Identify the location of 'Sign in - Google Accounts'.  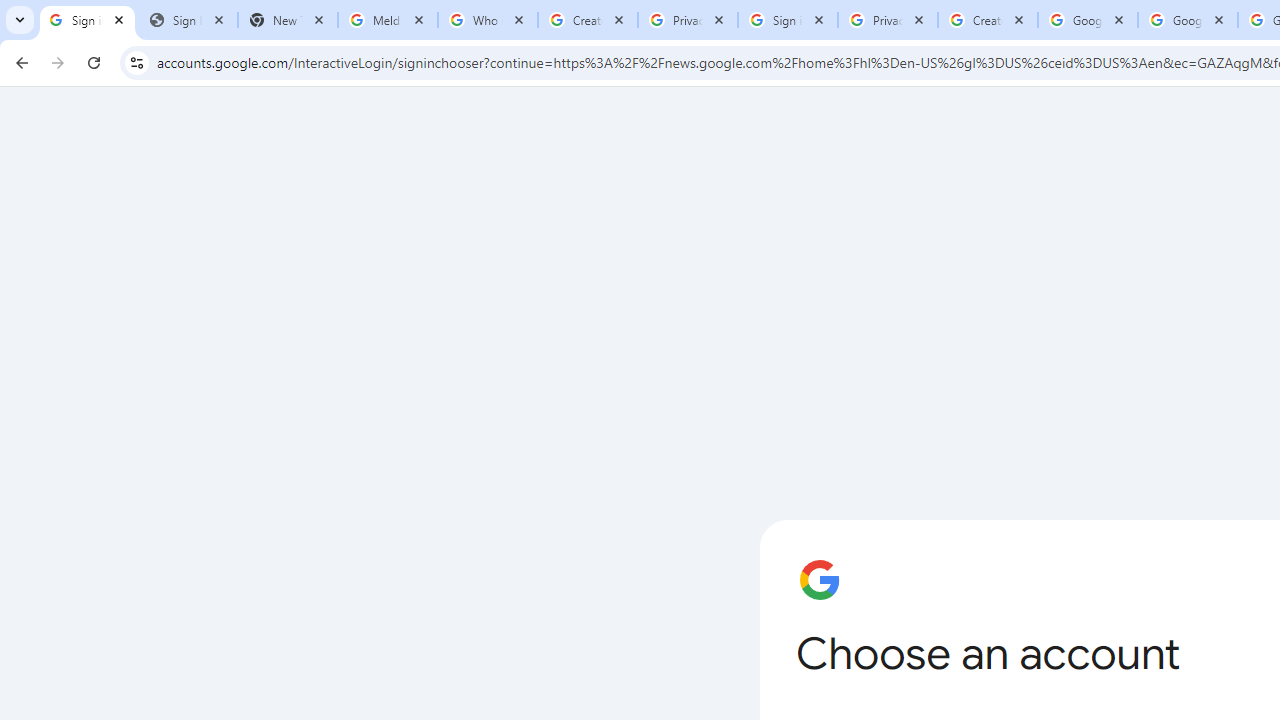
(86, 20).